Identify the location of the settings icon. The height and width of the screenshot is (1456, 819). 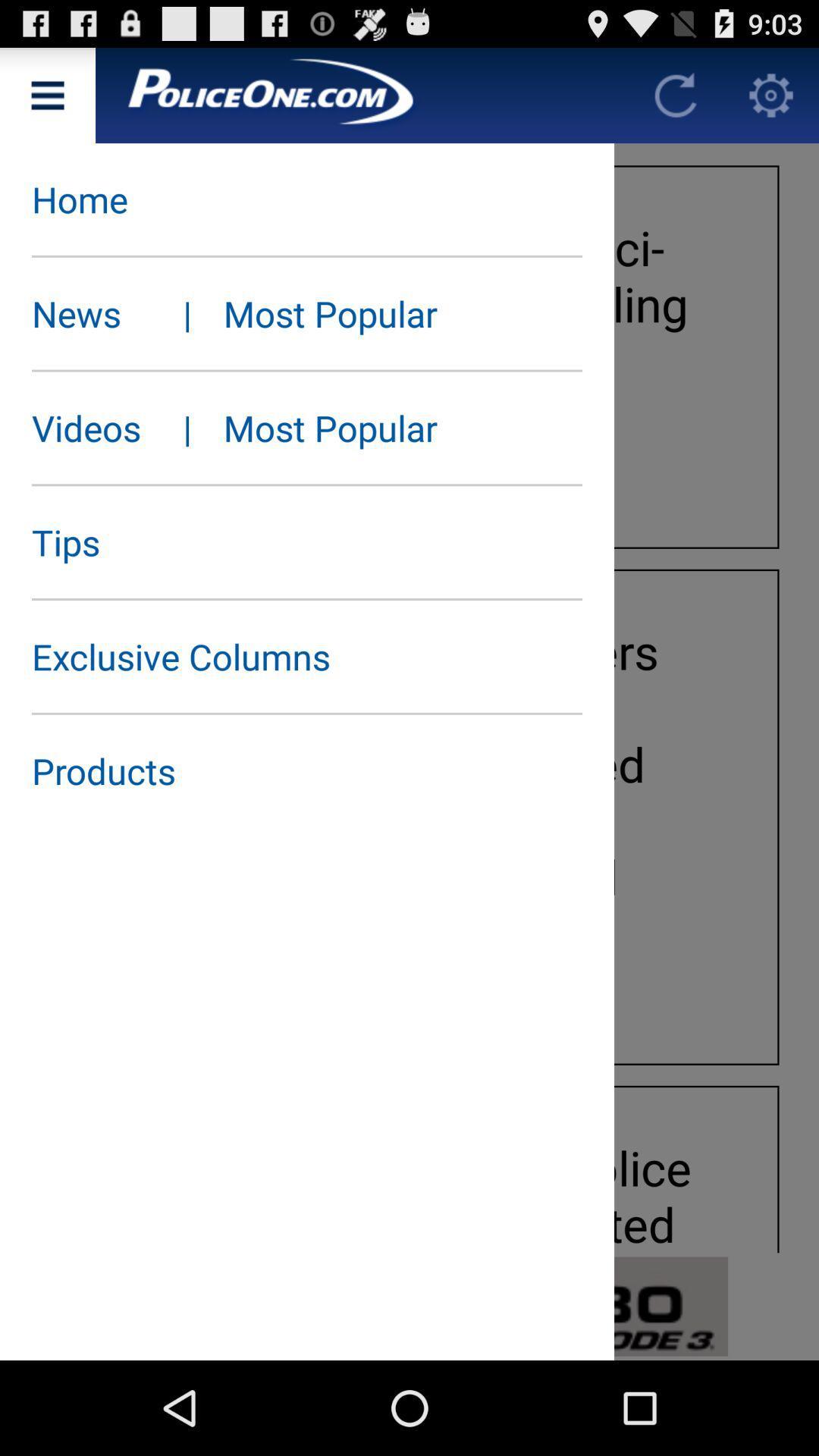
(771, 101).